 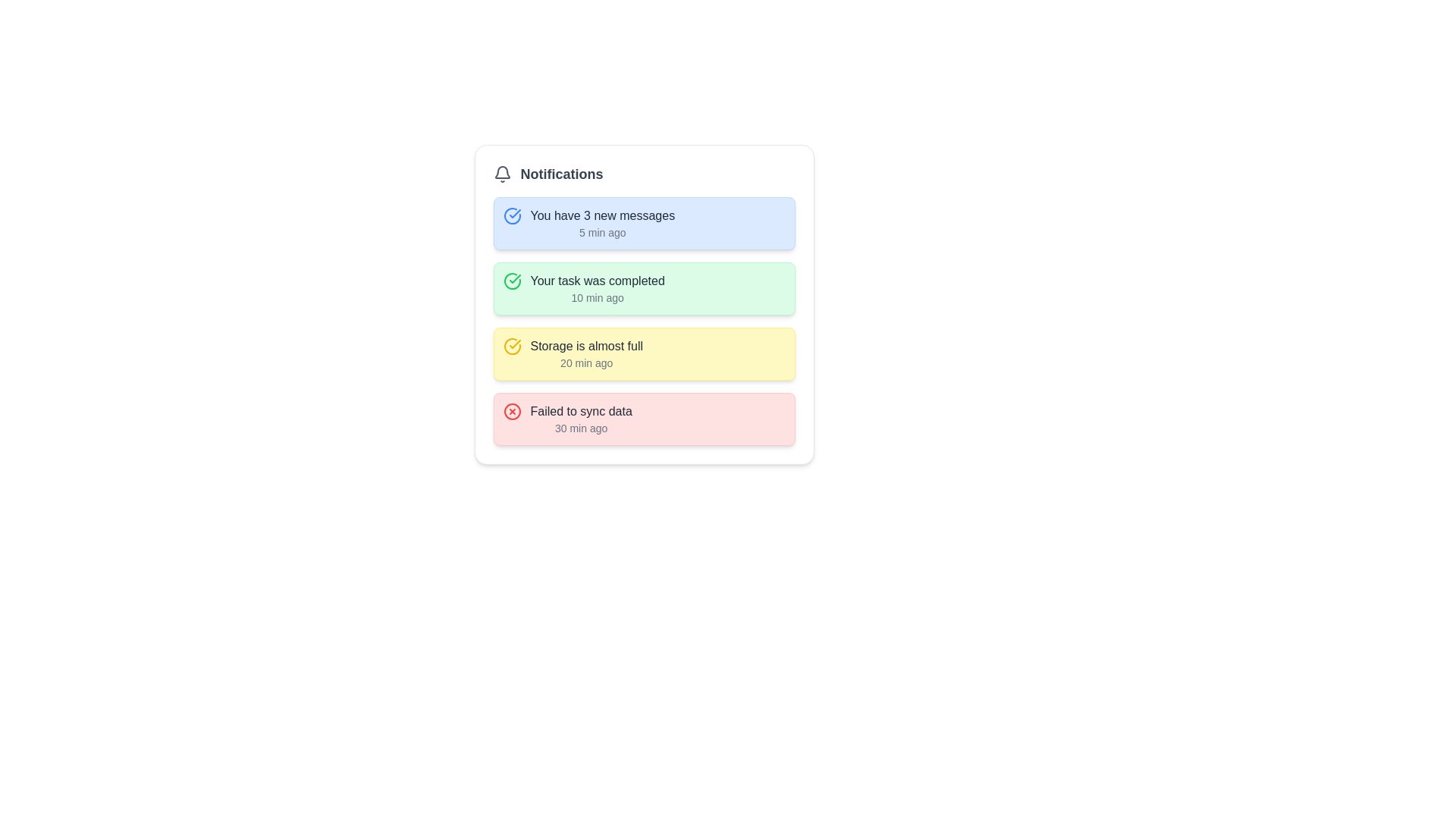 What do you see at coordinates (585, 362) in the screenshot?
I see `the text snippet displaying '20 min ago' located at the bottom-right corner of the notification tile labeled 'Storage is almost full'` at bounding box center [585, 362].